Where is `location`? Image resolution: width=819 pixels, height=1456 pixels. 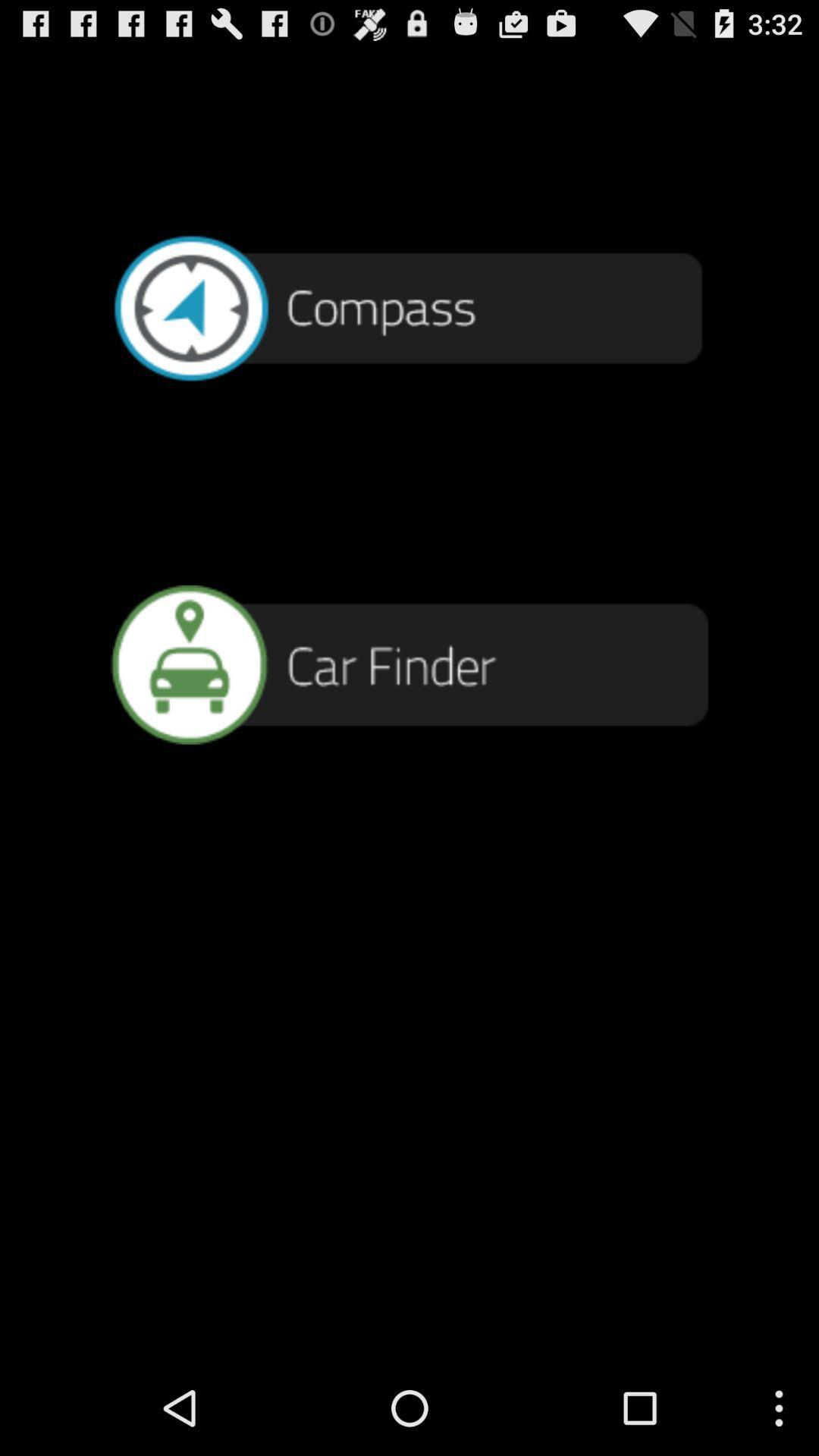
location is located at coordinates (409, 664).